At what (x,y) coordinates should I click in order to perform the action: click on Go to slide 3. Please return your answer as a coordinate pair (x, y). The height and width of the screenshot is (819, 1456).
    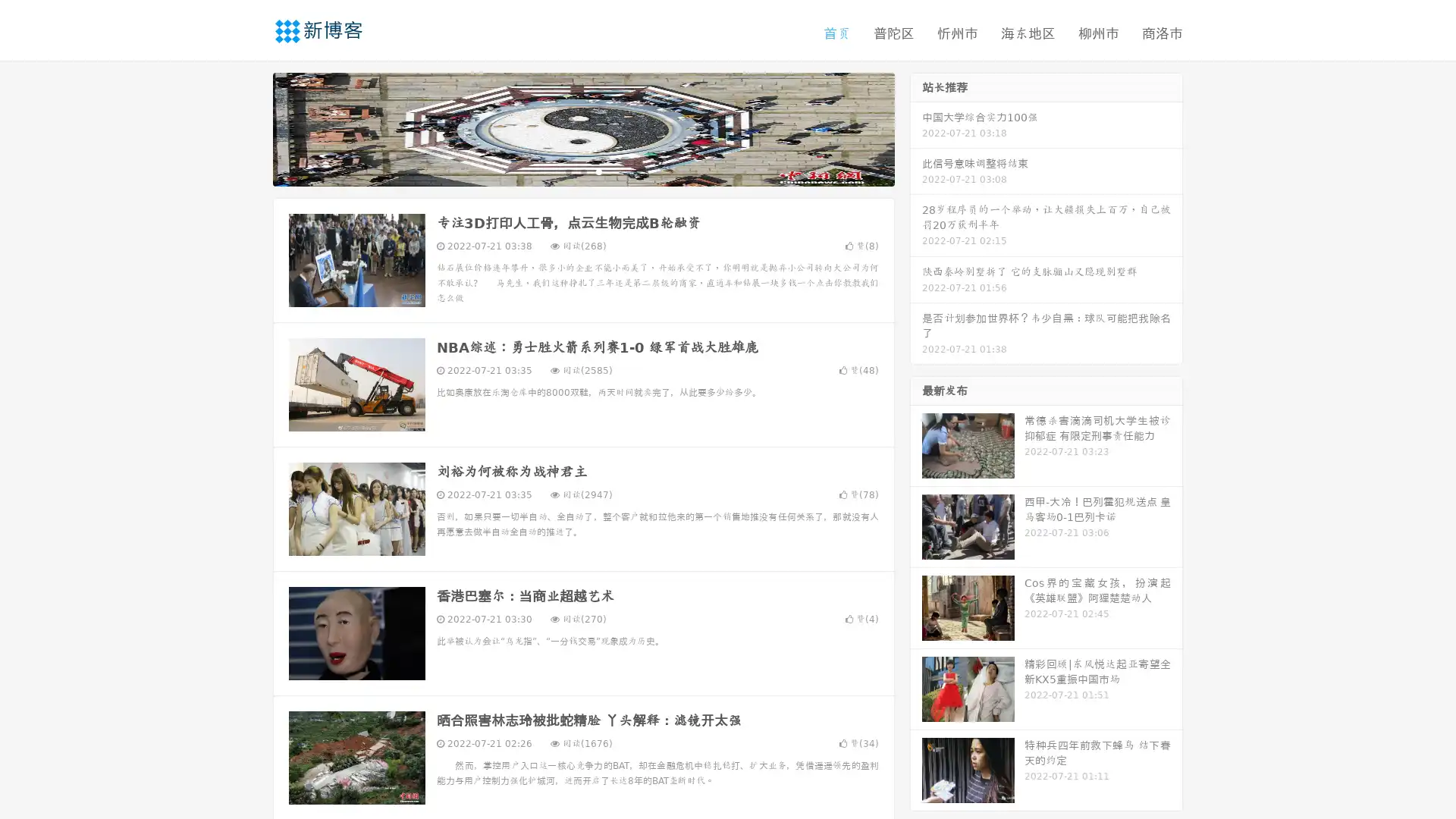
    Looking at the image, I should click on (598, 171).